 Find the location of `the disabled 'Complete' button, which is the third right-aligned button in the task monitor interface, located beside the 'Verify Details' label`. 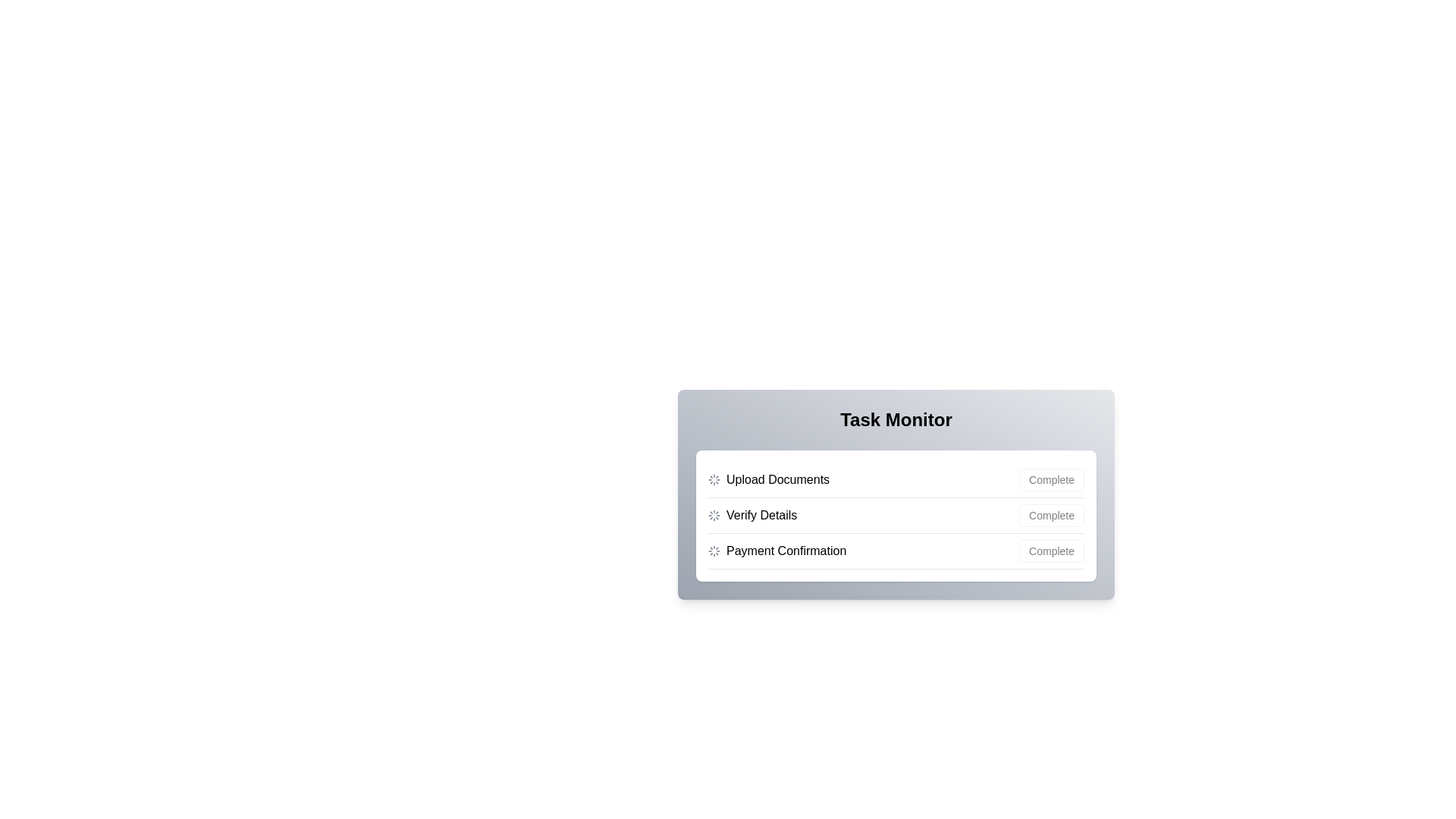

the disabled 'Complete' button, which is the third right-aligned button in the task monitor interface, located beside the 'Verify Details' label is located at coordinates (1051, 514).